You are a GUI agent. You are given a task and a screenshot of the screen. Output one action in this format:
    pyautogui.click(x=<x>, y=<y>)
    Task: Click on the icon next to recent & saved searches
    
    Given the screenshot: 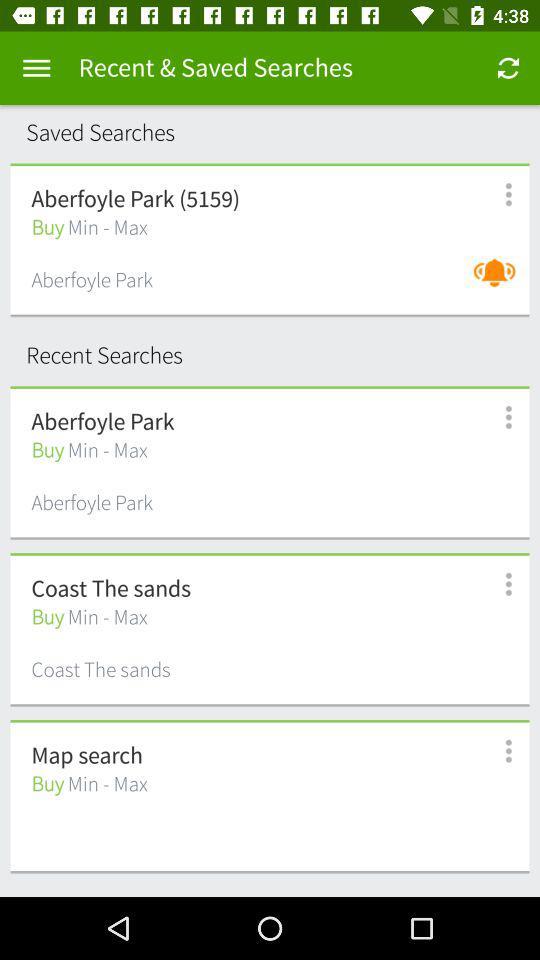 What is the action you would take?
    pyautogui.click(x=508, y=68)
    